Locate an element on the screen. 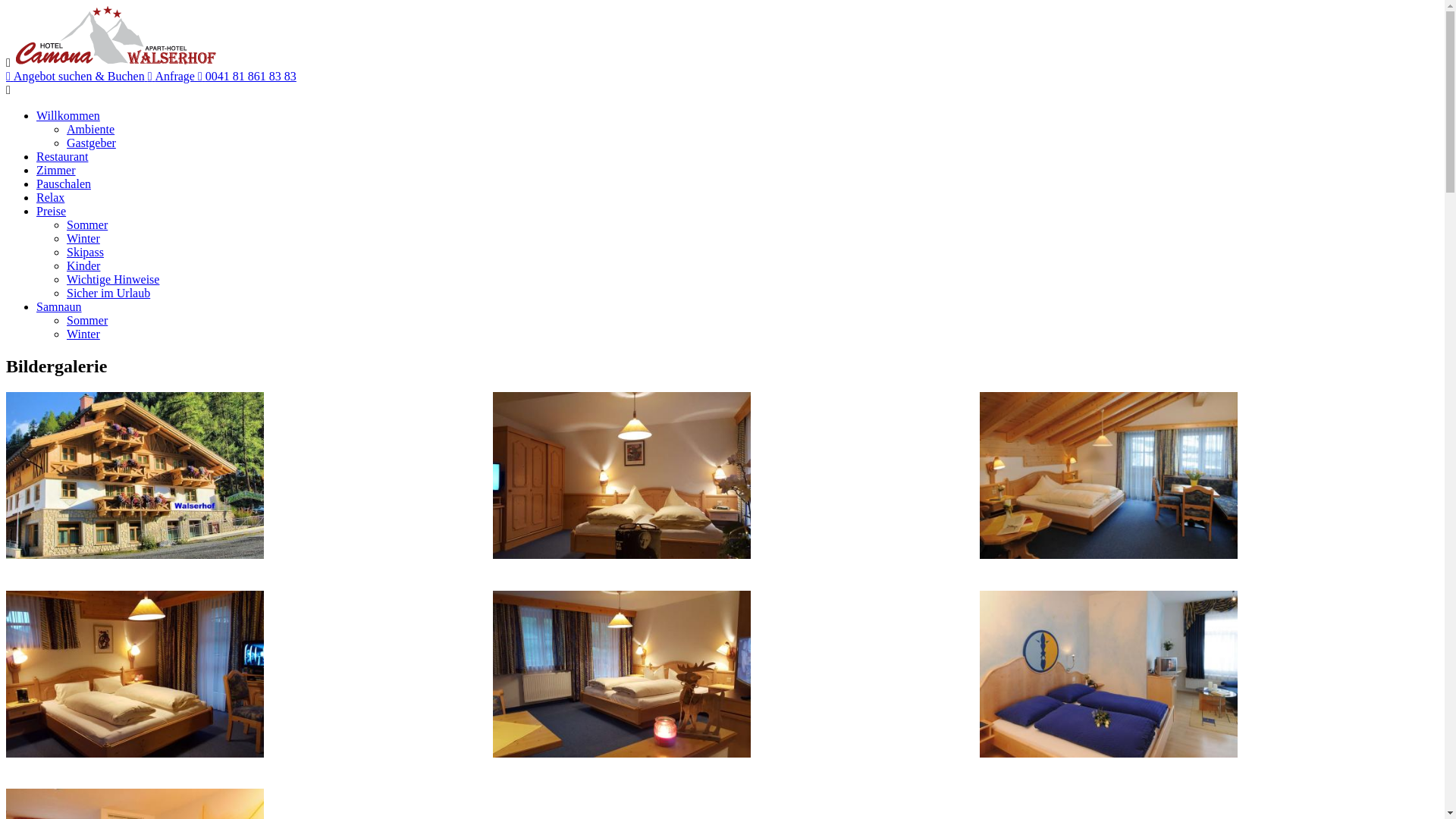 The image size is (1456, 819). 'Sicher im Urlaub' is located at coordinates (65, 293).